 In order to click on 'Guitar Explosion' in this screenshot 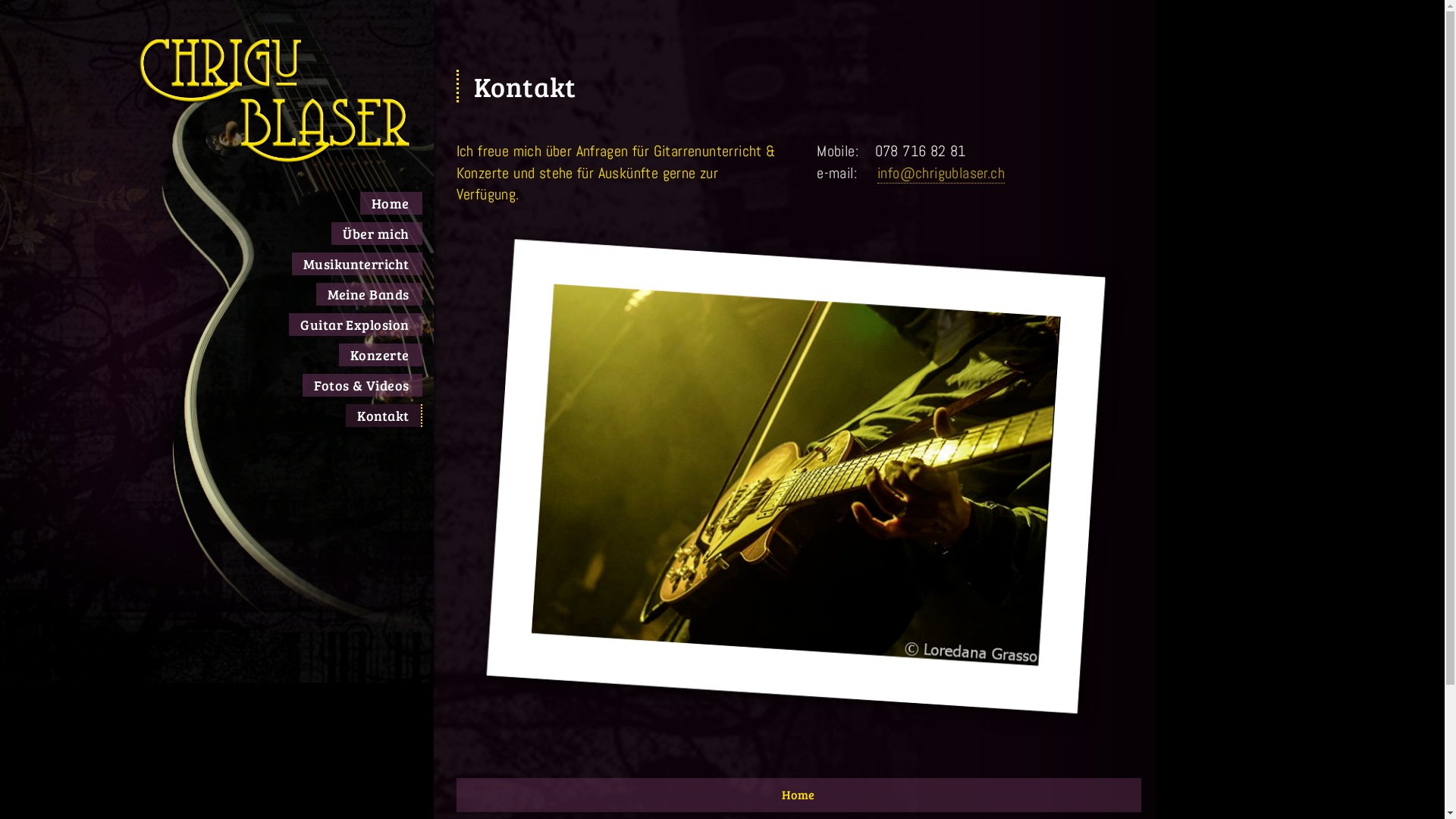, I will do `click(354, 324)`.